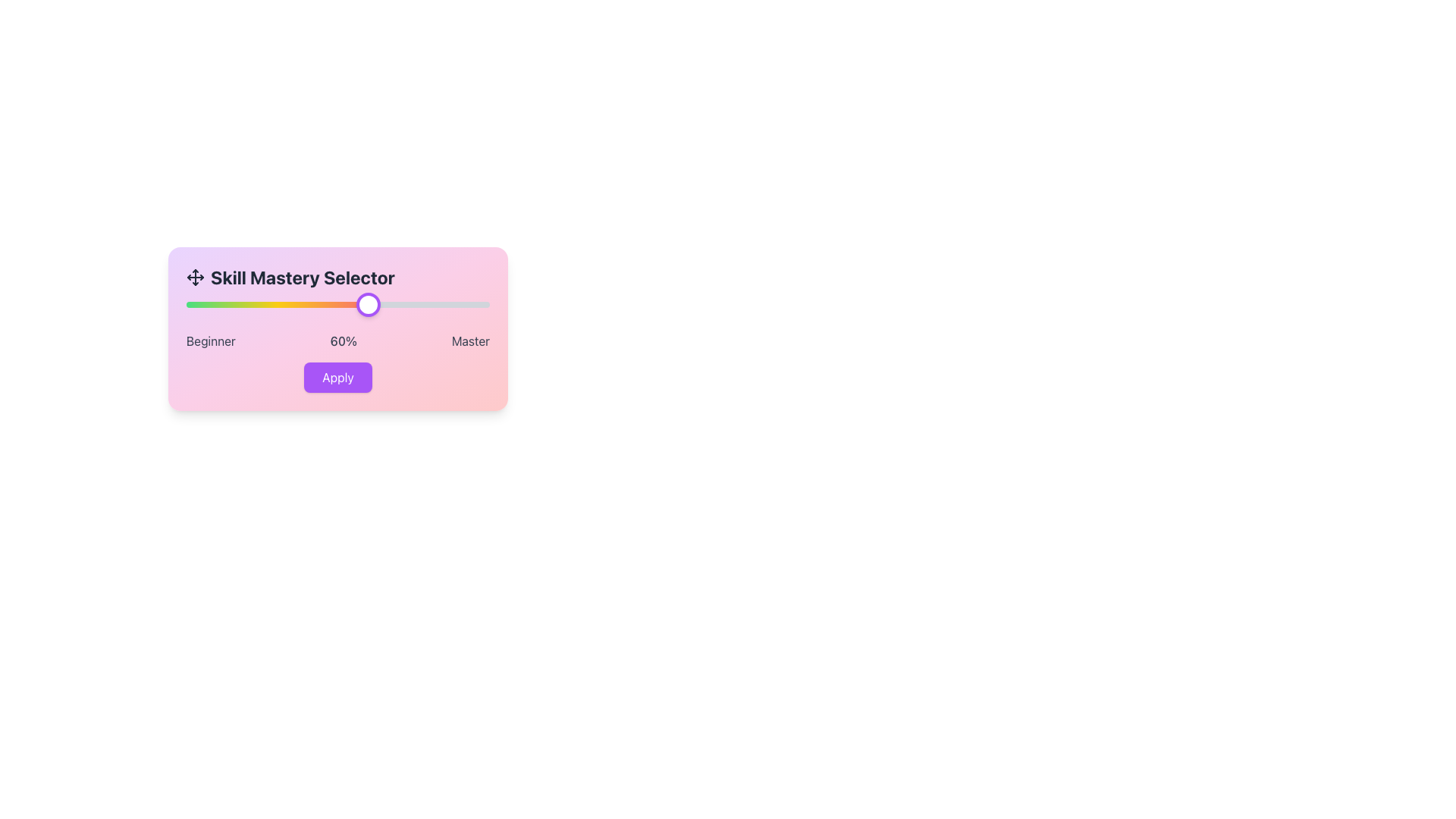  I want to click on the skill mastery level, so click(465, 304).